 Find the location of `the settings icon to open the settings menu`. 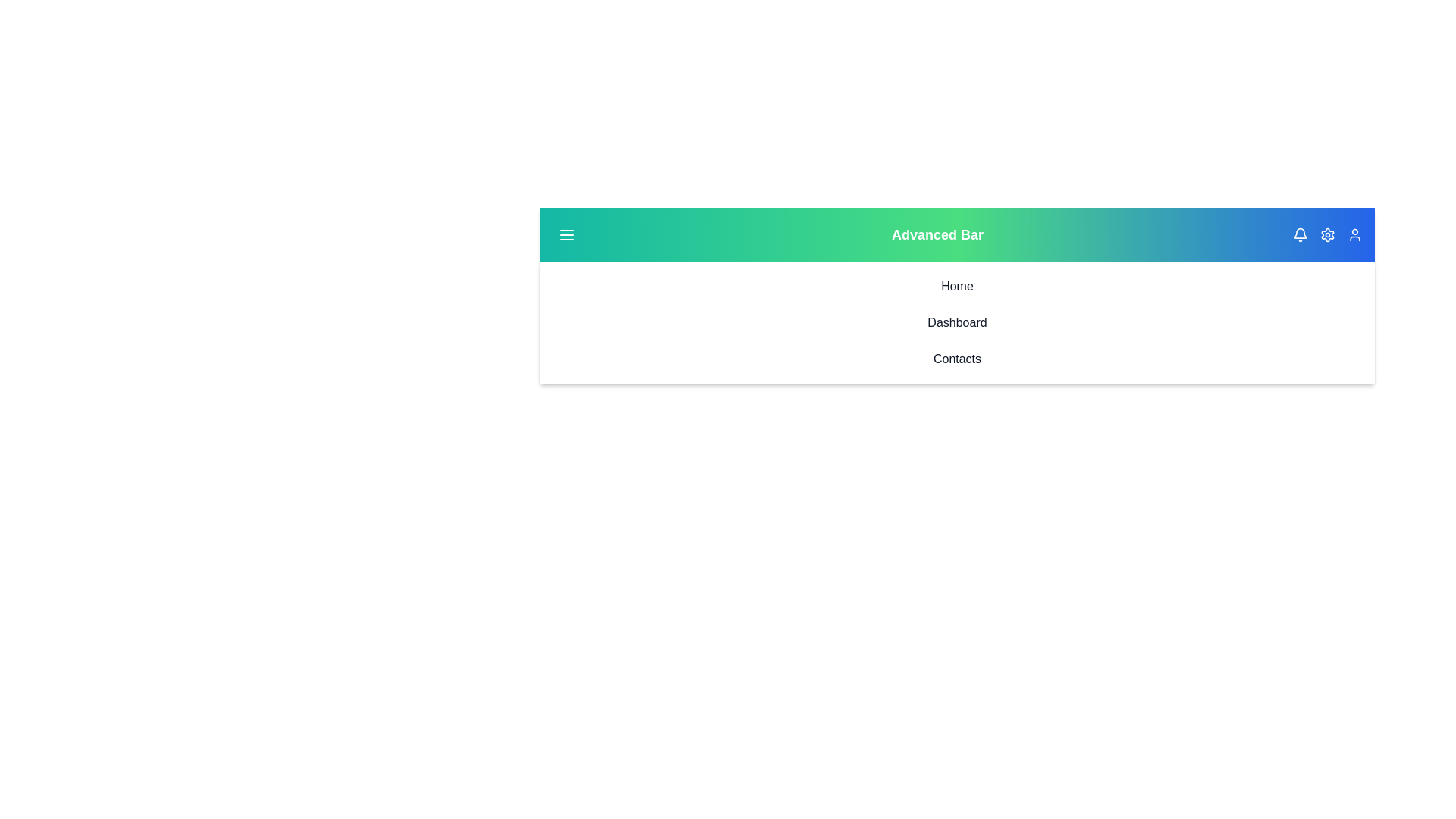

the settings icon to open the settings menu is located at coordinates (1327, 234).